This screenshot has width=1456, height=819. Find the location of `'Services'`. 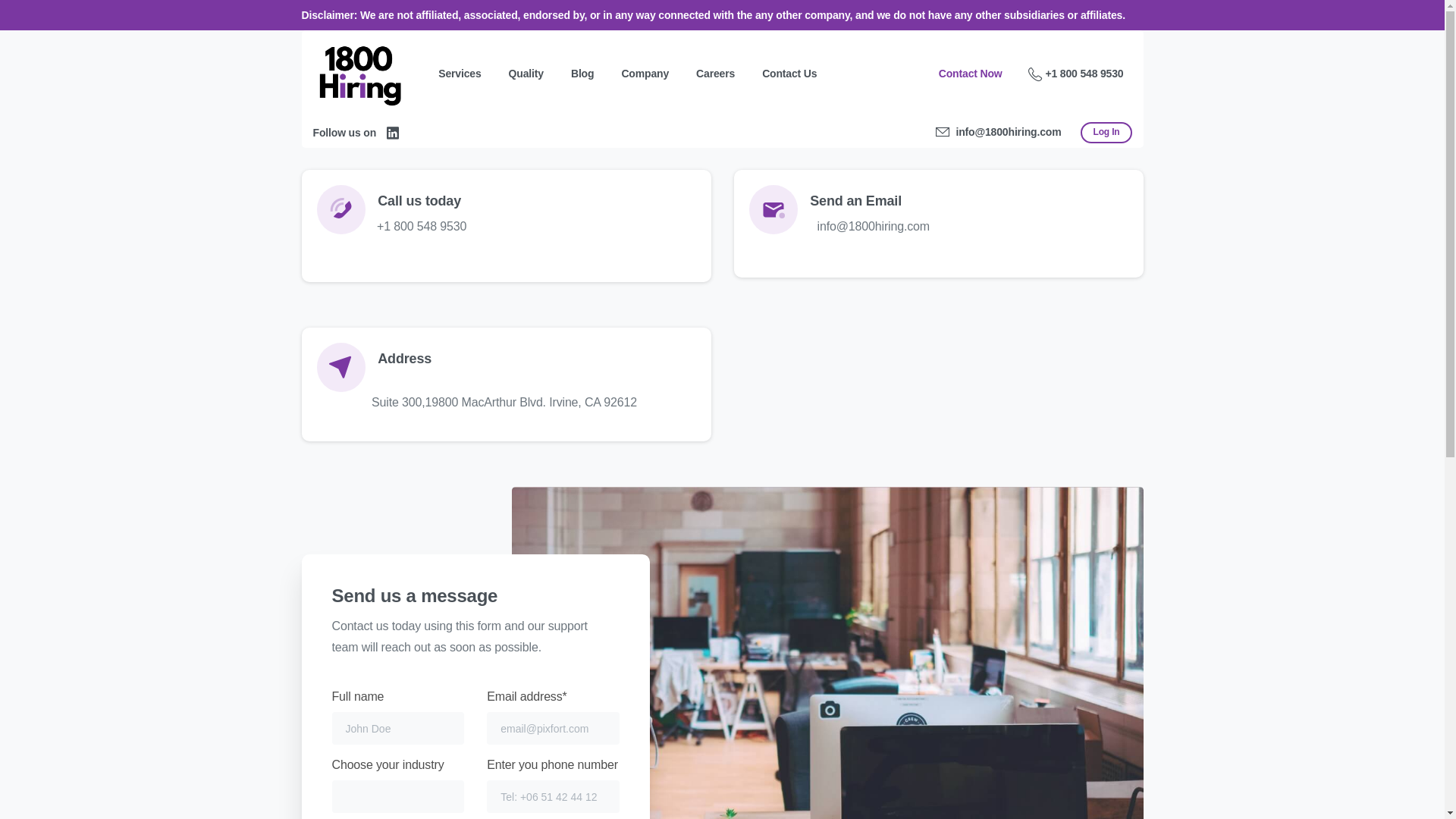

'Services' is located at coordinates (458, 74).